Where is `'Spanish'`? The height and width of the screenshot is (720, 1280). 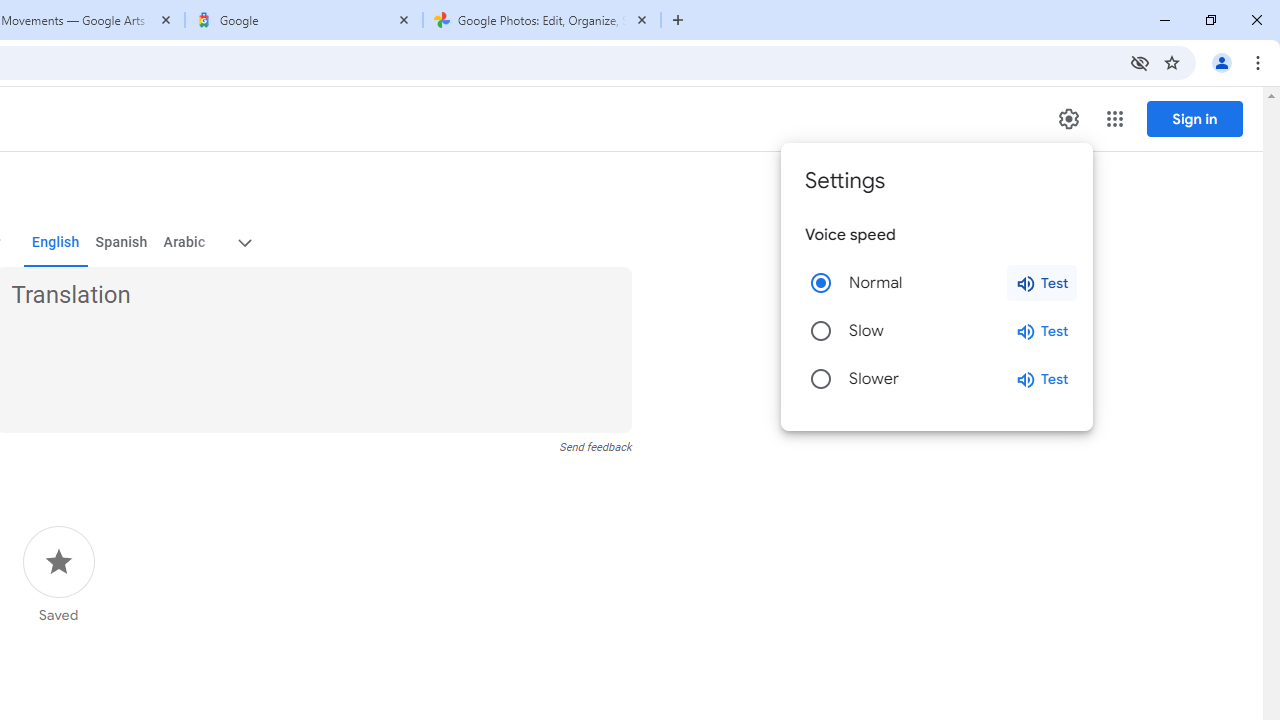
'Spanish' is located at coordinates (120, 242).